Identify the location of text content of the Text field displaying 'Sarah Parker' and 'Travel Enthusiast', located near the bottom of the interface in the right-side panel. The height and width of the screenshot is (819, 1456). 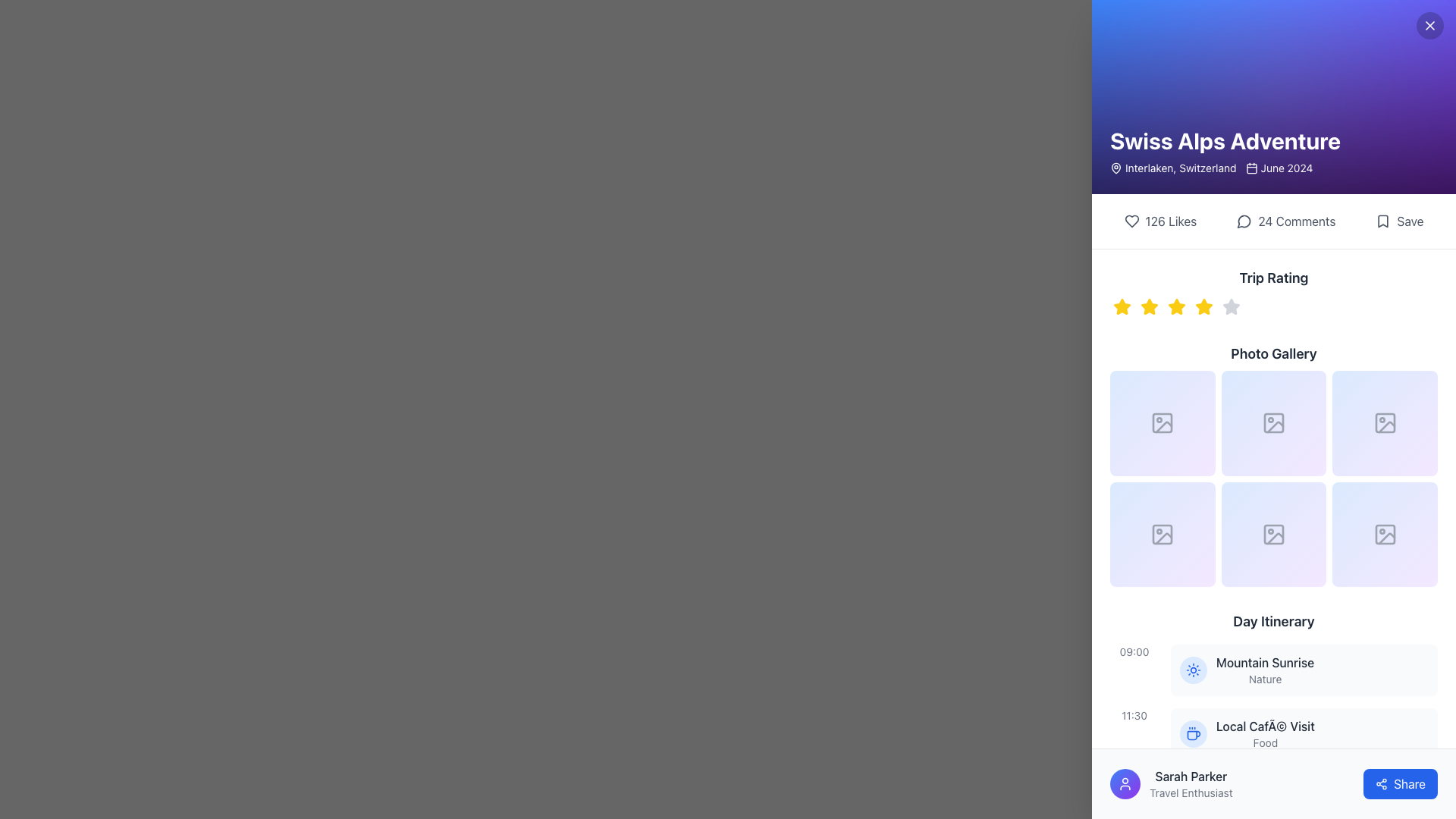
(1190, 783).